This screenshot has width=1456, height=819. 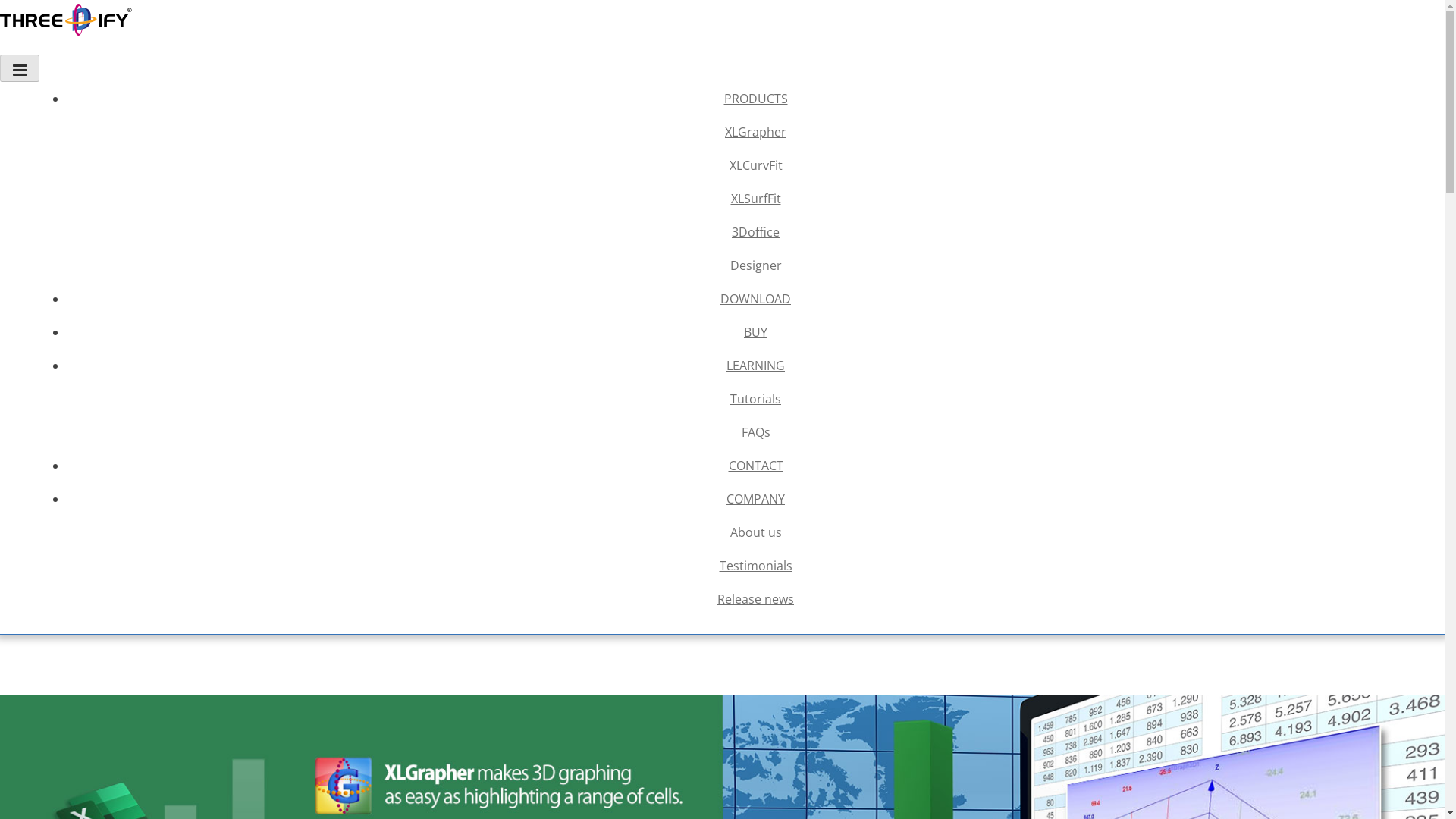 What do you see at coordinates (755, 265) in the screenshot?
I see `'Designer'` at bounding box center [755, 265].